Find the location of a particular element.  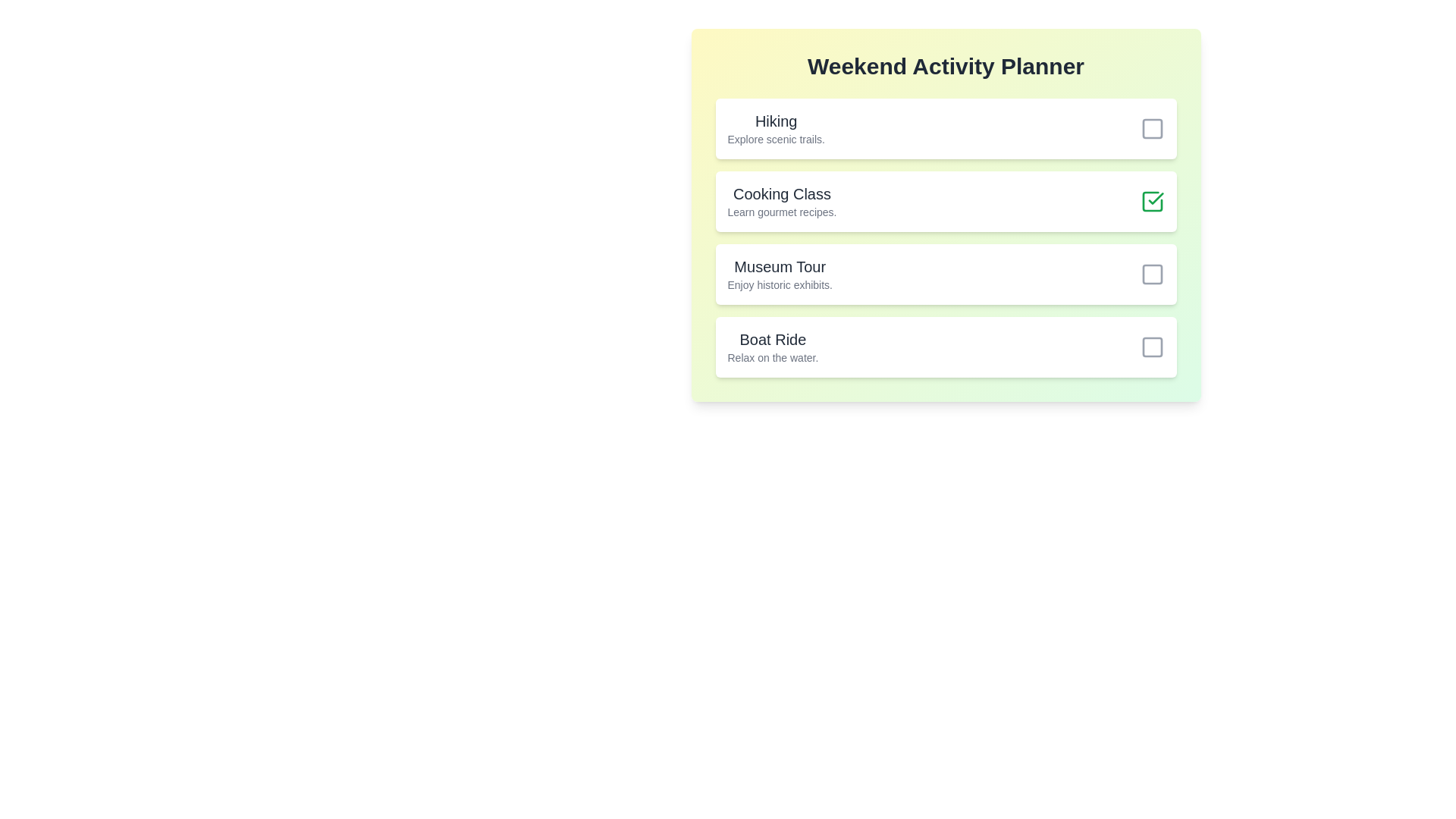

the activity 'Cooking Class' is located at coordinates (1152, 201).